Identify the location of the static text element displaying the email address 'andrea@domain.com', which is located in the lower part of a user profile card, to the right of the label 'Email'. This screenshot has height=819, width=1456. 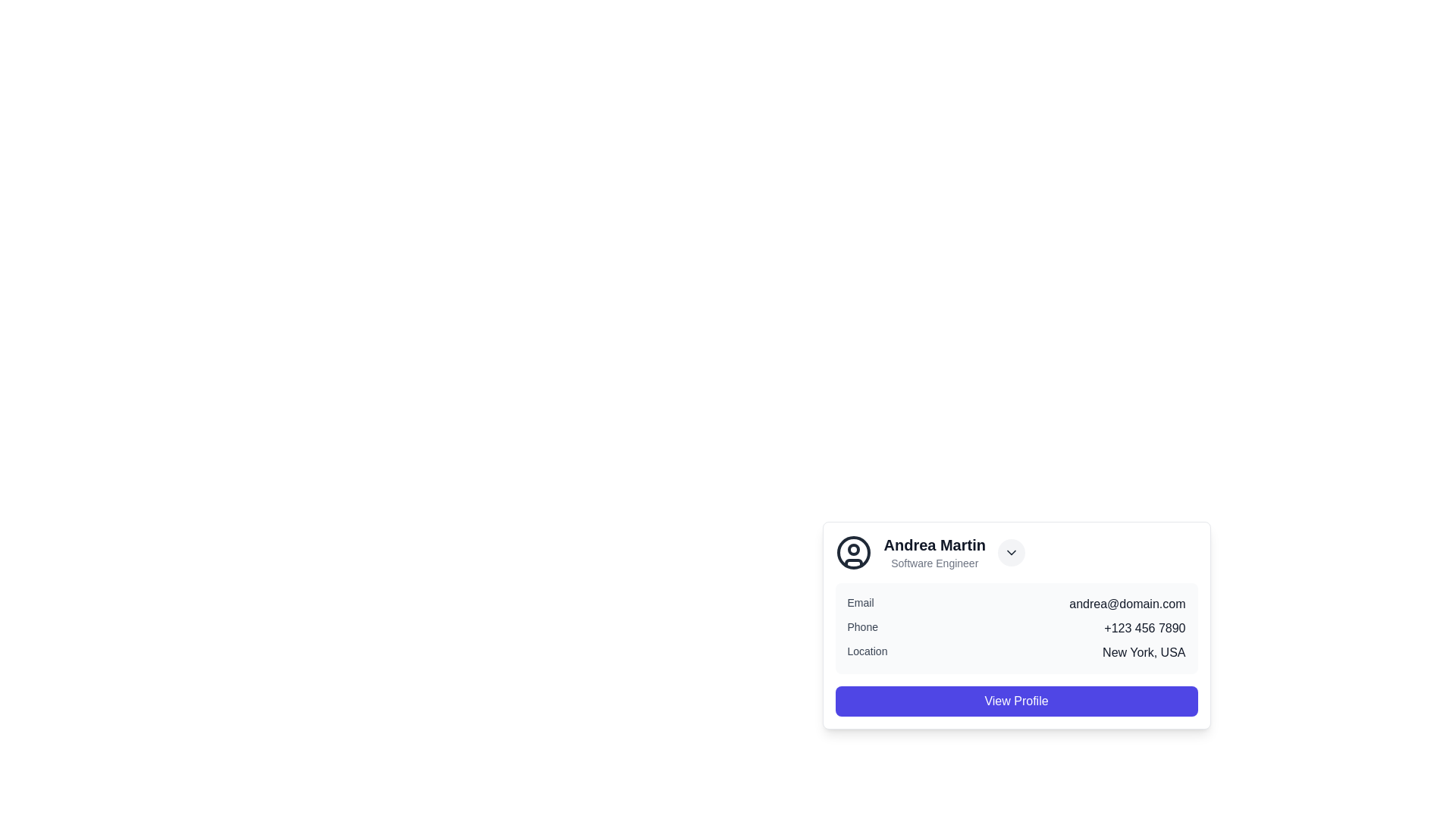
(1127, 604).